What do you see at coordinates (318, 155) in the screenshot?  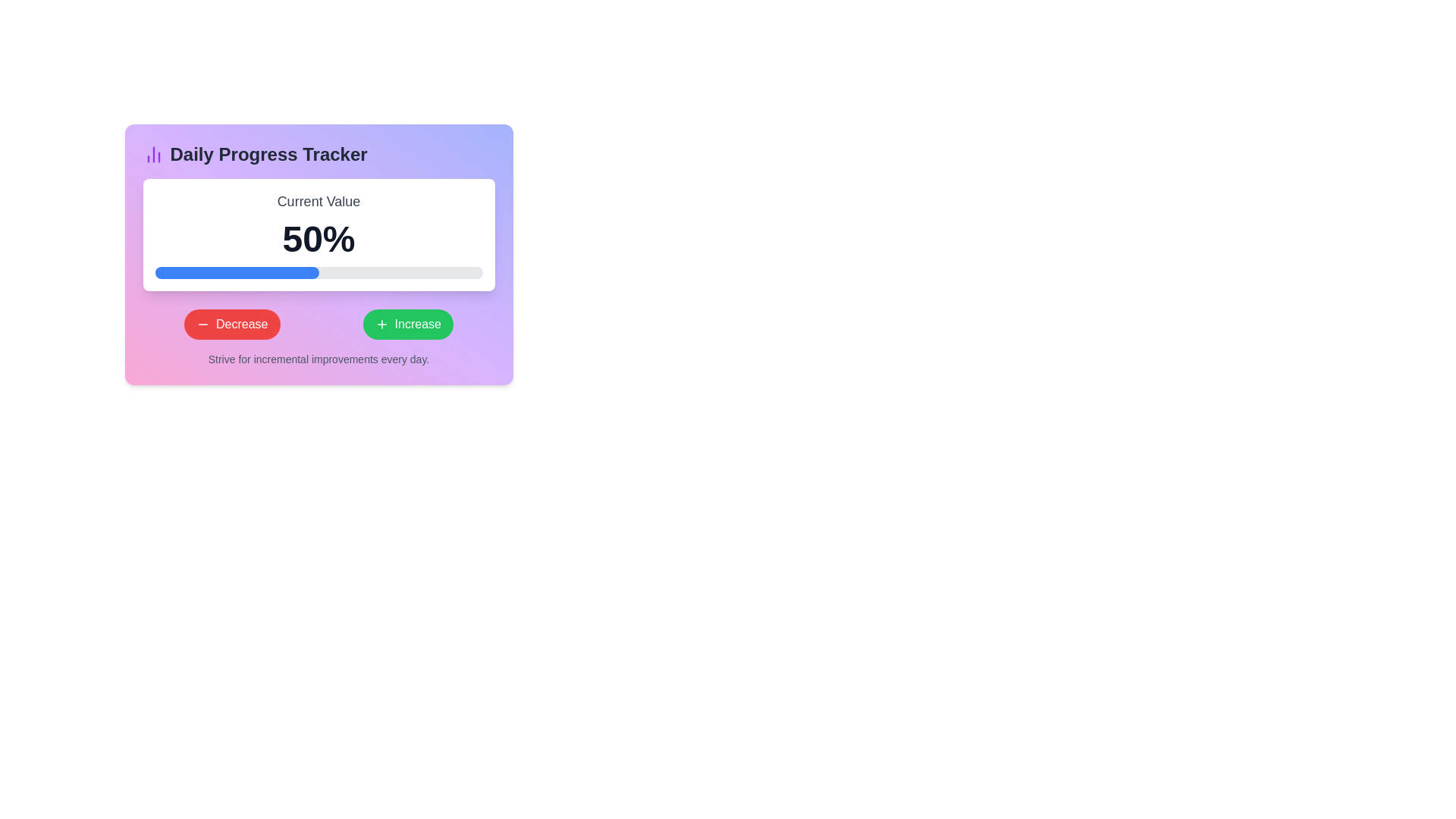 I see `text in the Header section titled 'Daily Progress Tracker', which is located at the top of the display card with an icon to the left` at bounding box center [318, 155].